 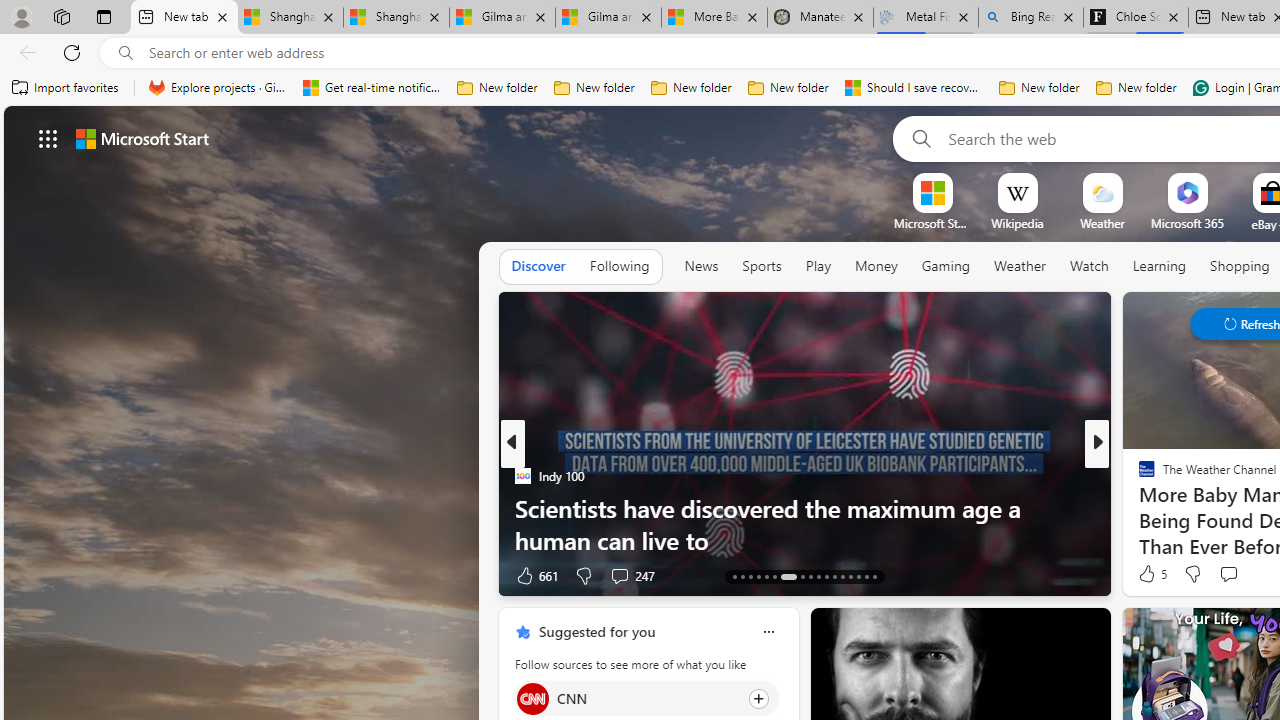 I want to click on 'AutomationID: tab-17', so click(x=765, y=577).